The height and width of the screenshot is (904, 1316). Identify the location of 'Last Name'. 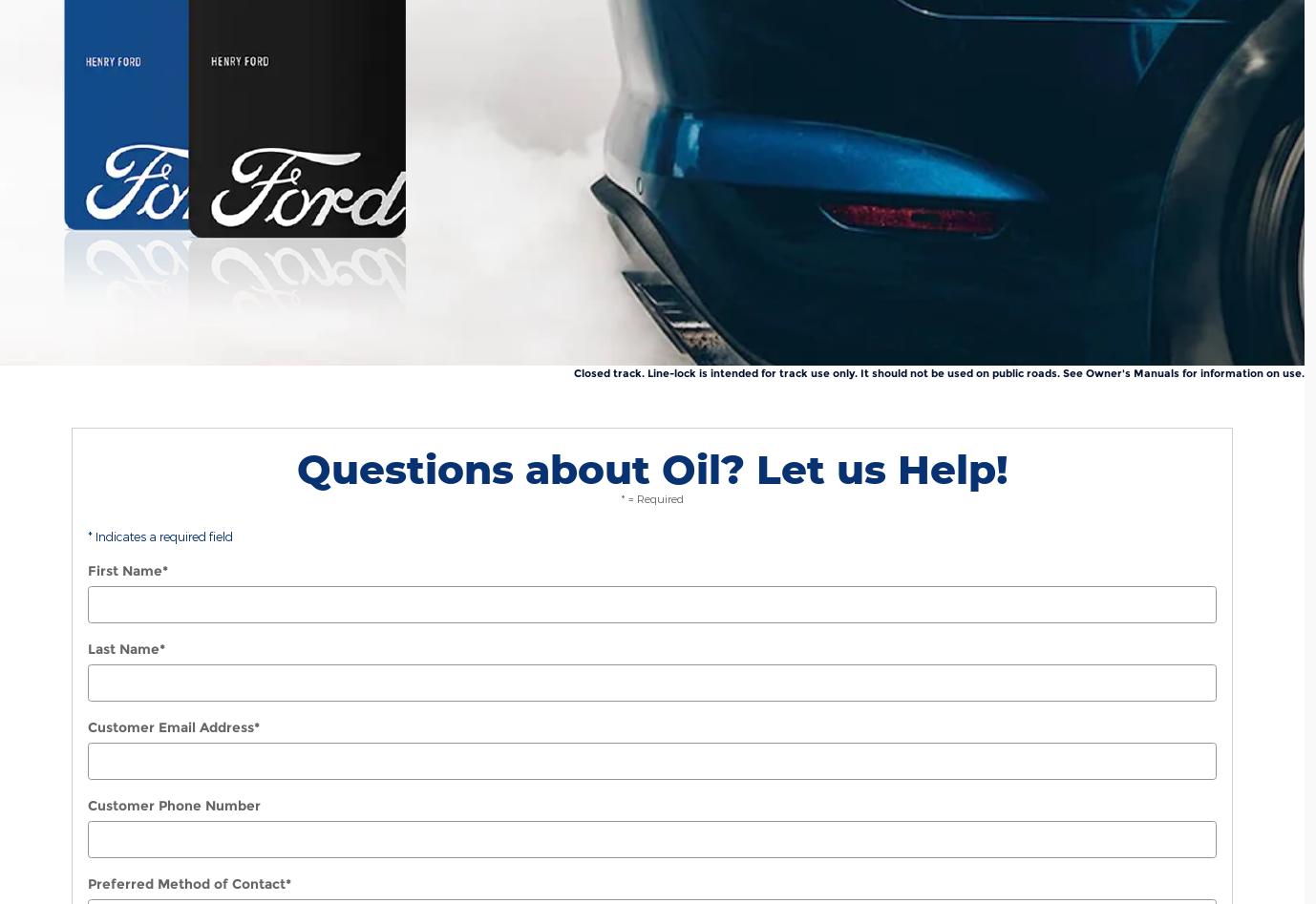
(123, 648).